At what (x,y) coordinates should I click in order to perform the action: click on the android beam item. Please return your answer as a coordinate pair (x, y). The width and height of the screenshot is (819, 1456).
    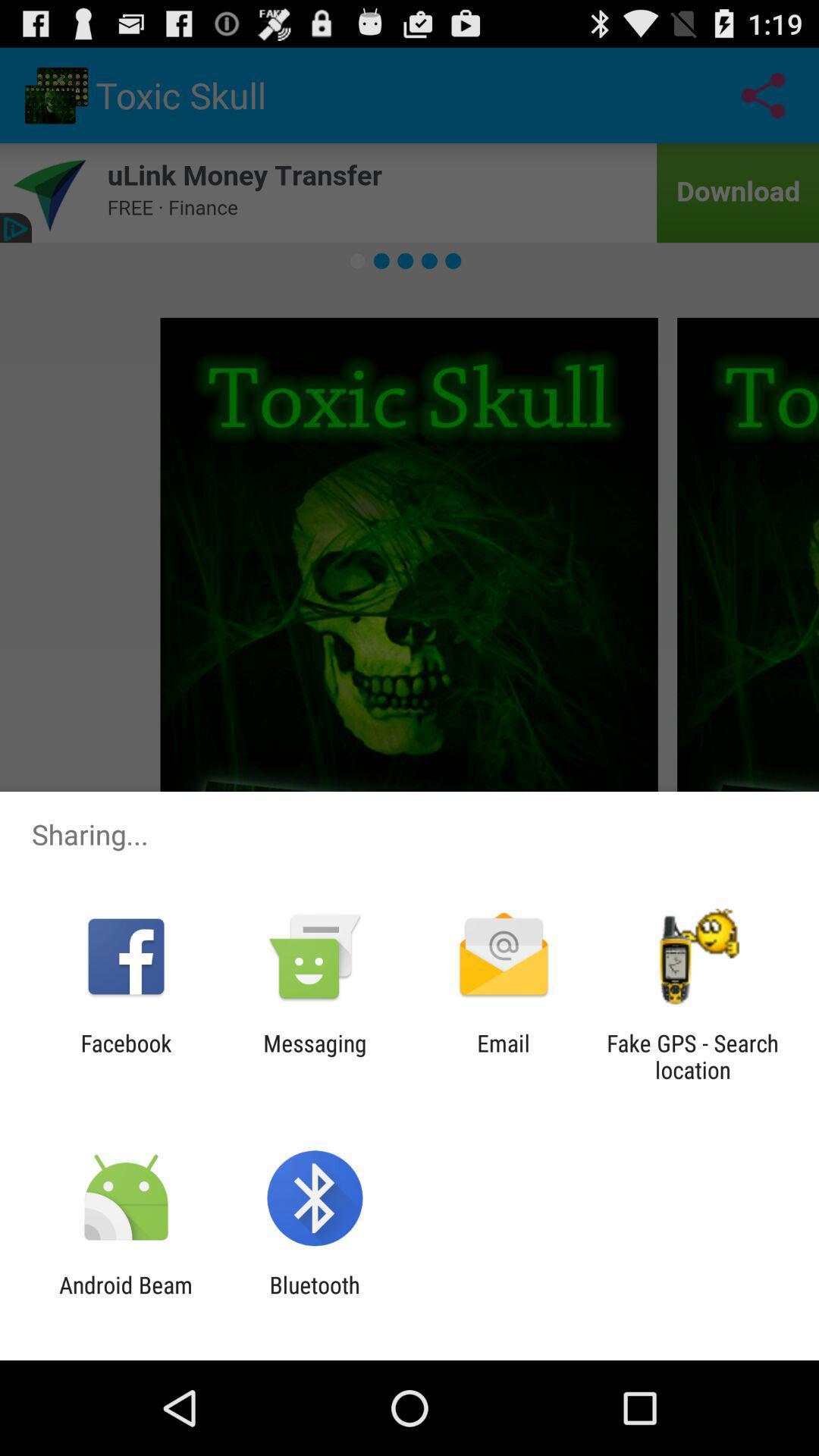
    Looking at the image, I should click on (125, 1298).